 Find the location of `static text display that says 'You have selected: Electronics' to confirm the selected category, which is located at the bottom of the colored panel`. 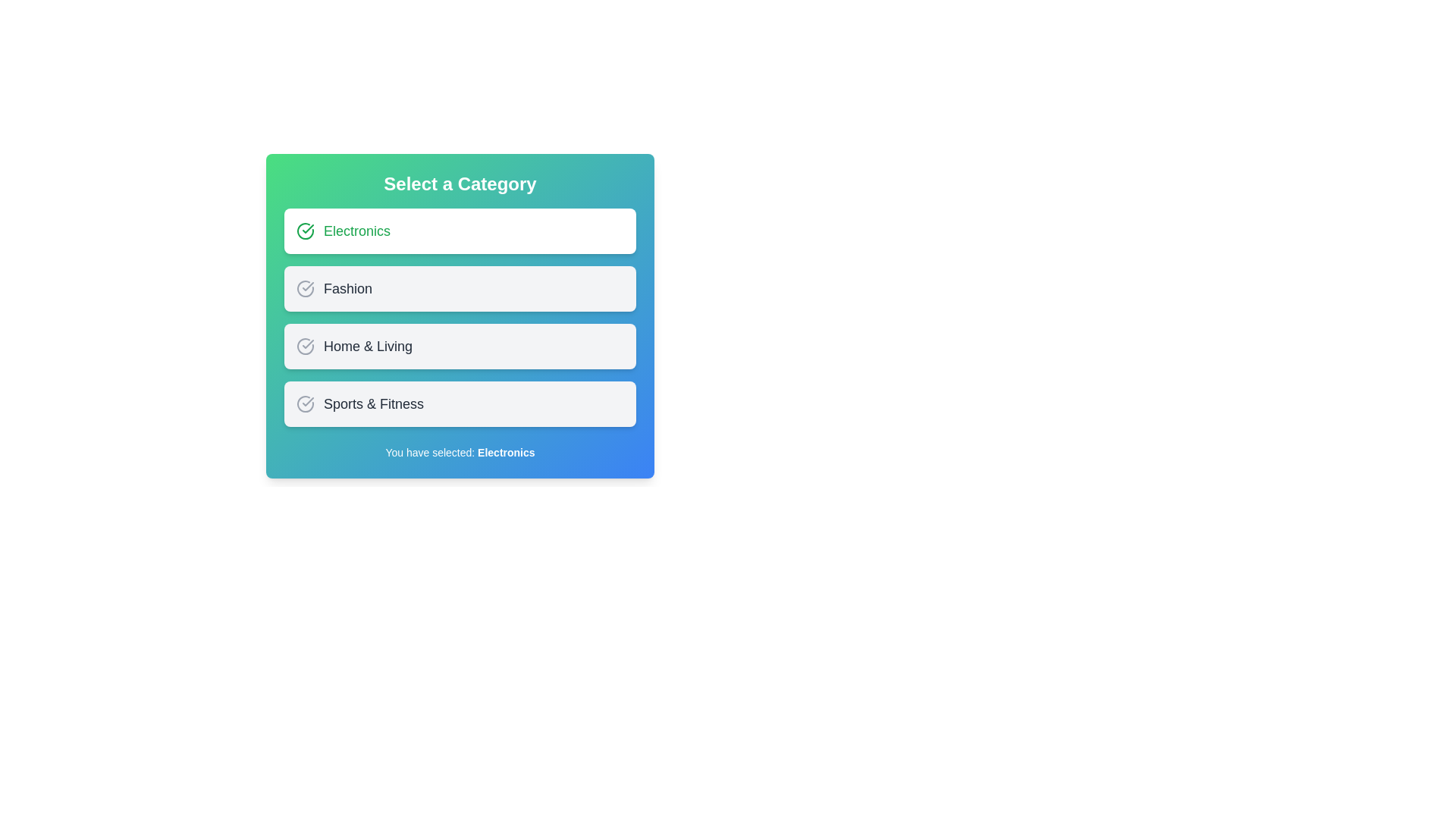

static text display that says 'You have selected: Electronics' to confirm the selected category, which is located at the bottom of the colored panel is located at coordinates (459, 452).